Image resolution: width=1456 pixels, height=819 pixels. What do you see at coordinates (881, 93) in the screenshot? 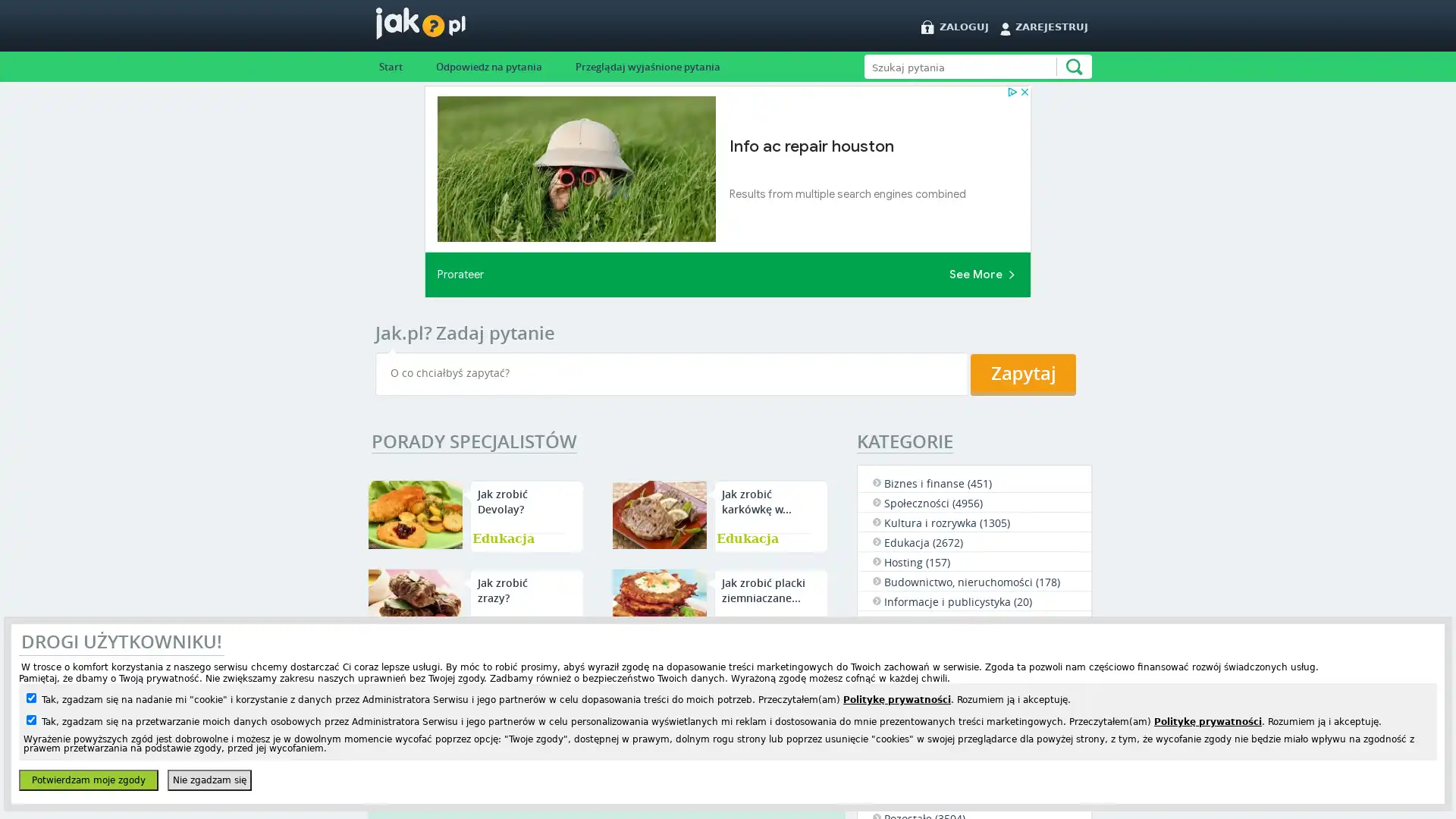
I see `Szukaj` at bounding box center [881, 93].